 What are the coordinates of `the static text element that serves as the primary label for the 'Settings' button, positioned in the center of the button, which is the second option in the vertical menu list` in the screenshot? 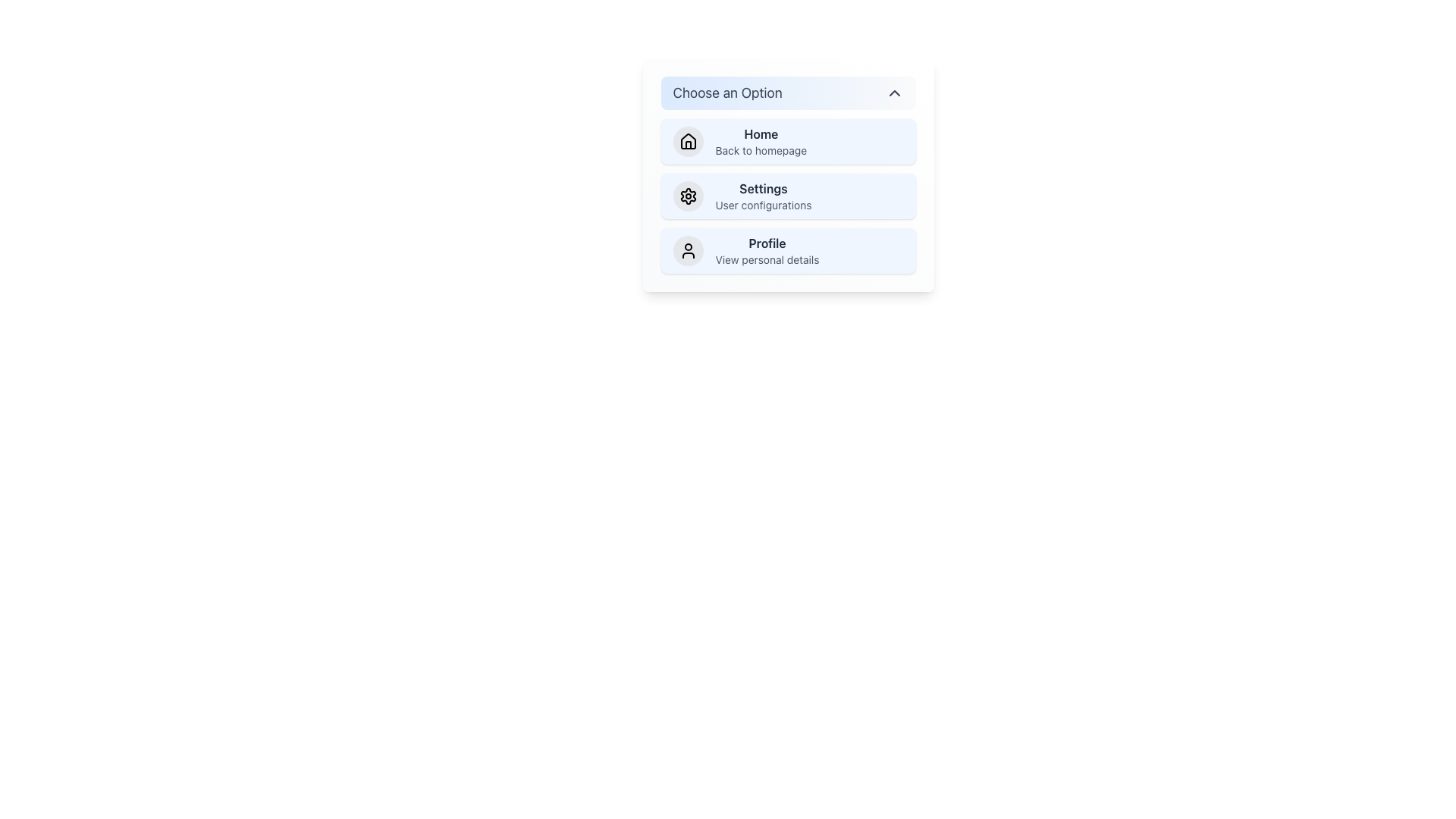 It's located at (764, 188).